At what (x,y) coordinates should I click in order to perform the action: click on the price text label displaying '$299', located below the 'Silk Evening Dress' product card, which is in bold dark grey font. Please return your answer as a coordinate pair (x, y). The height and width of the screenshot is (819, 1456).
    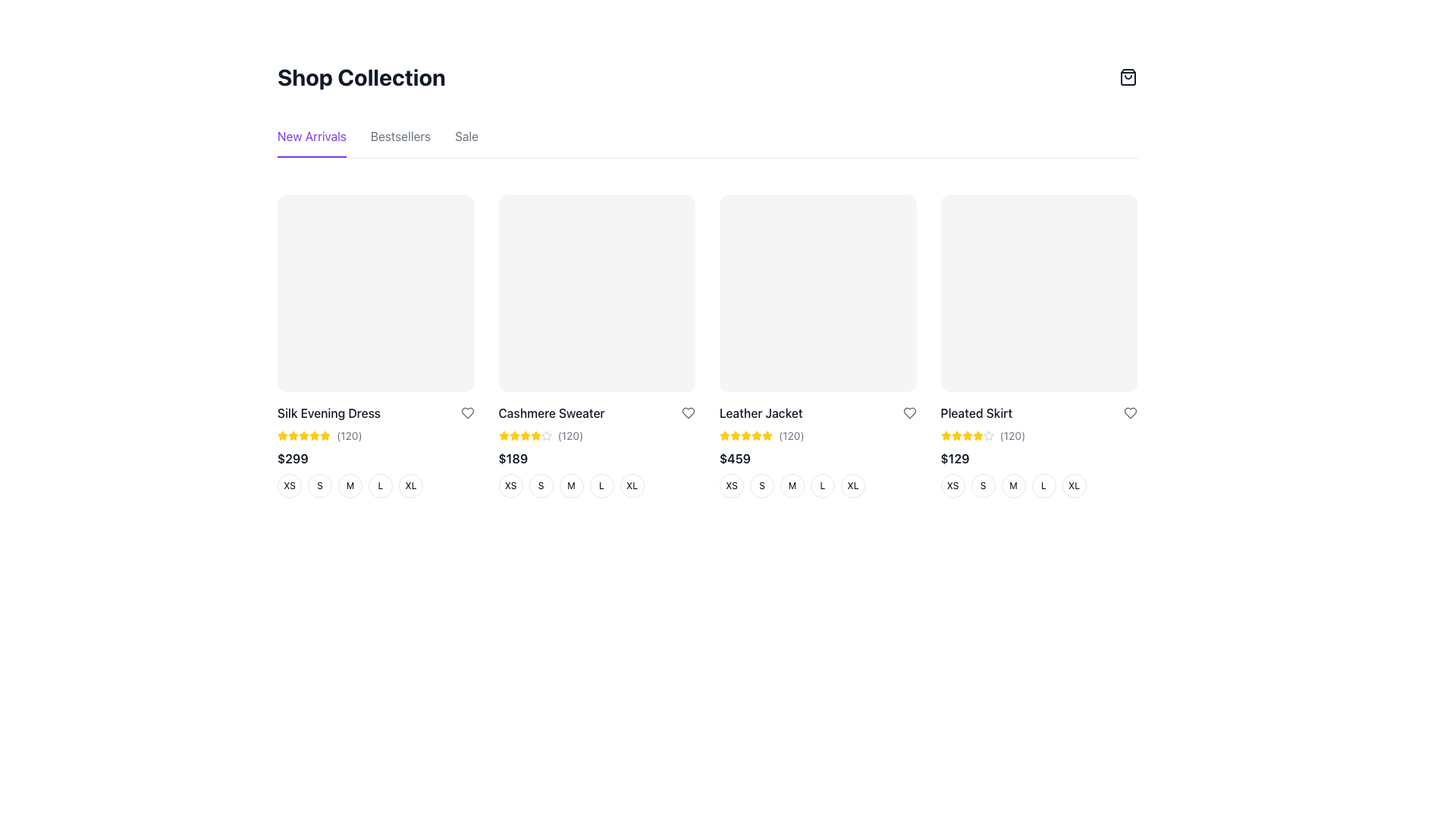
    Looking at the image, I should click on (293, 457).